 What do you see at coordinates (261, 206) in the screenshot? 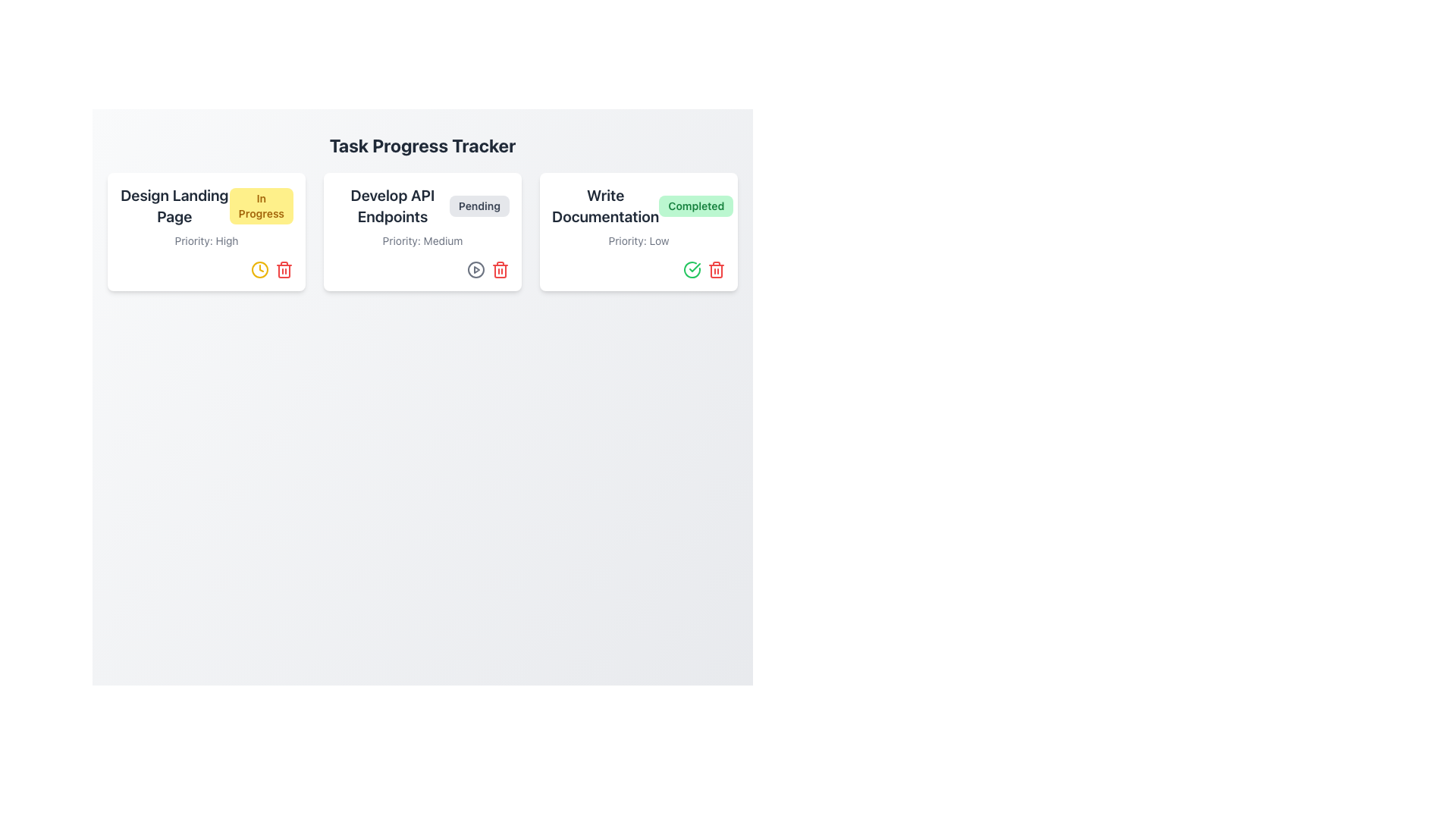
I see `the rectangular badge with rounded corners that displays the text 'In Progress' in a light yellow background, located adjacent to the task title 'Design Landing Page' within the first task card` at bounding box center [261, 206].